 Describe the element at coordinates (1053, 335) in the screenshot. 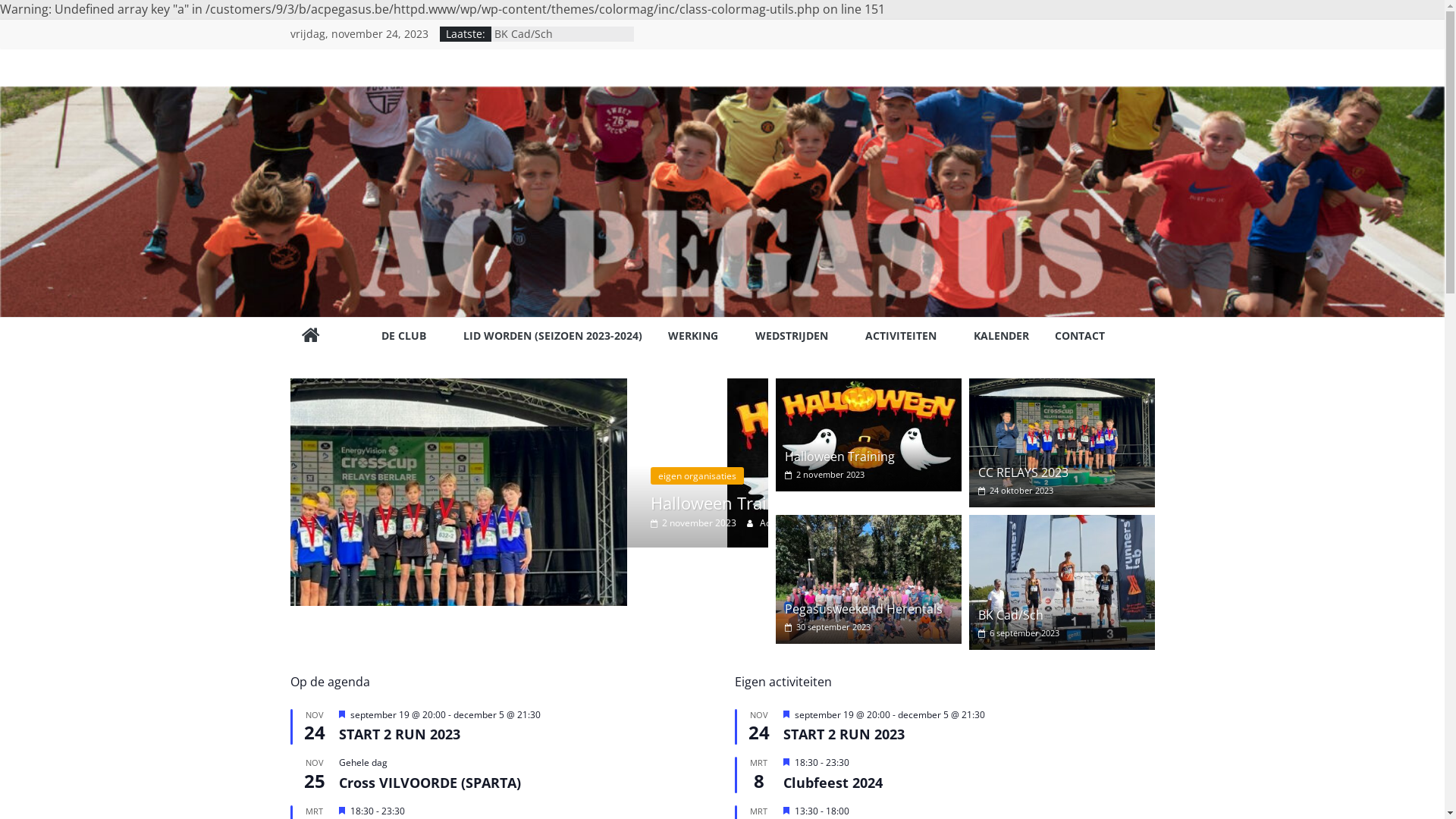

I see `'CONTACT'` at that location.